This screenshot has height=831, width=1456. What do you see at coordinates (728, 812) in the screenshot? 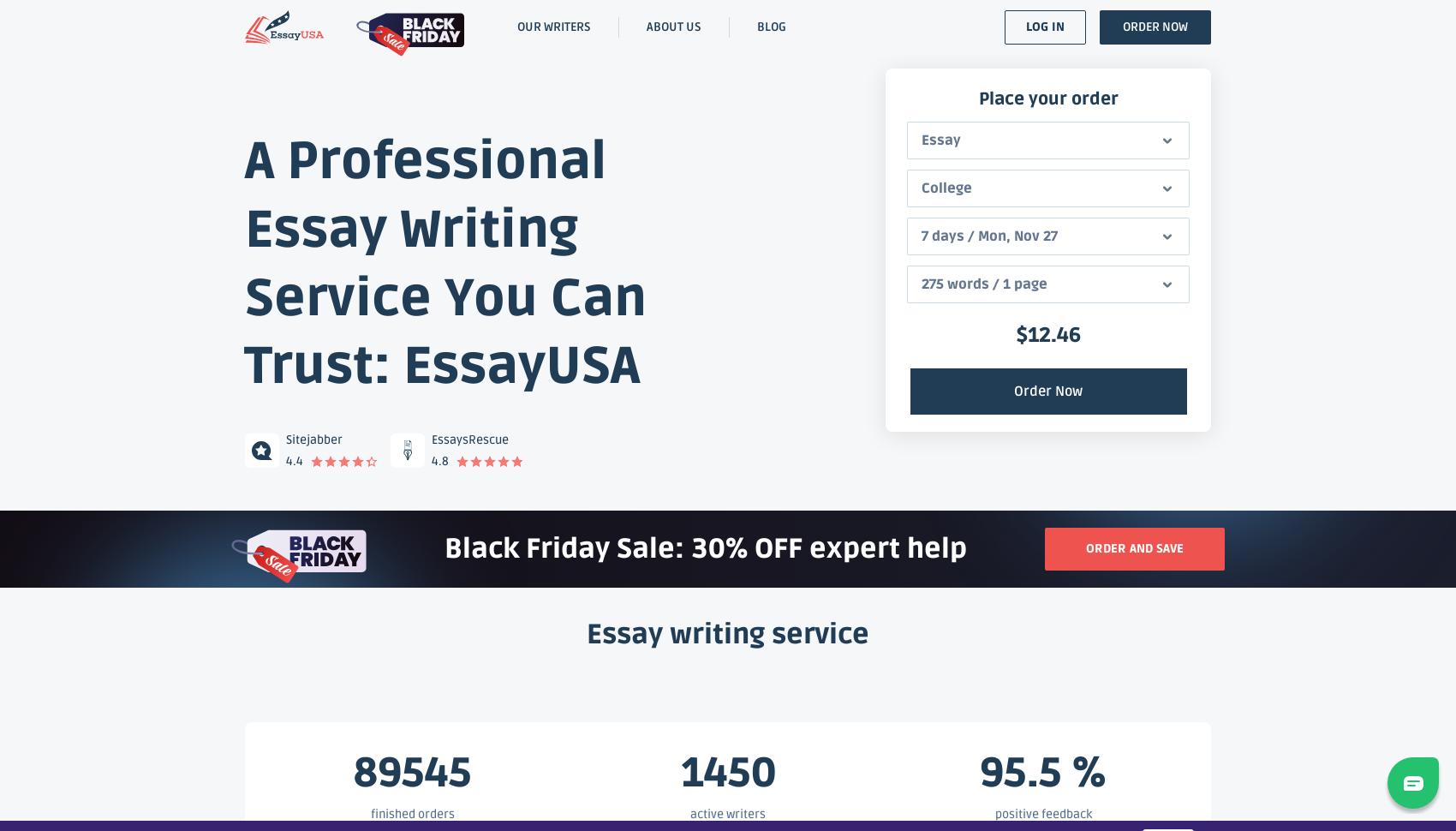
I see `'active writers'` at bounding box center [728, 812].